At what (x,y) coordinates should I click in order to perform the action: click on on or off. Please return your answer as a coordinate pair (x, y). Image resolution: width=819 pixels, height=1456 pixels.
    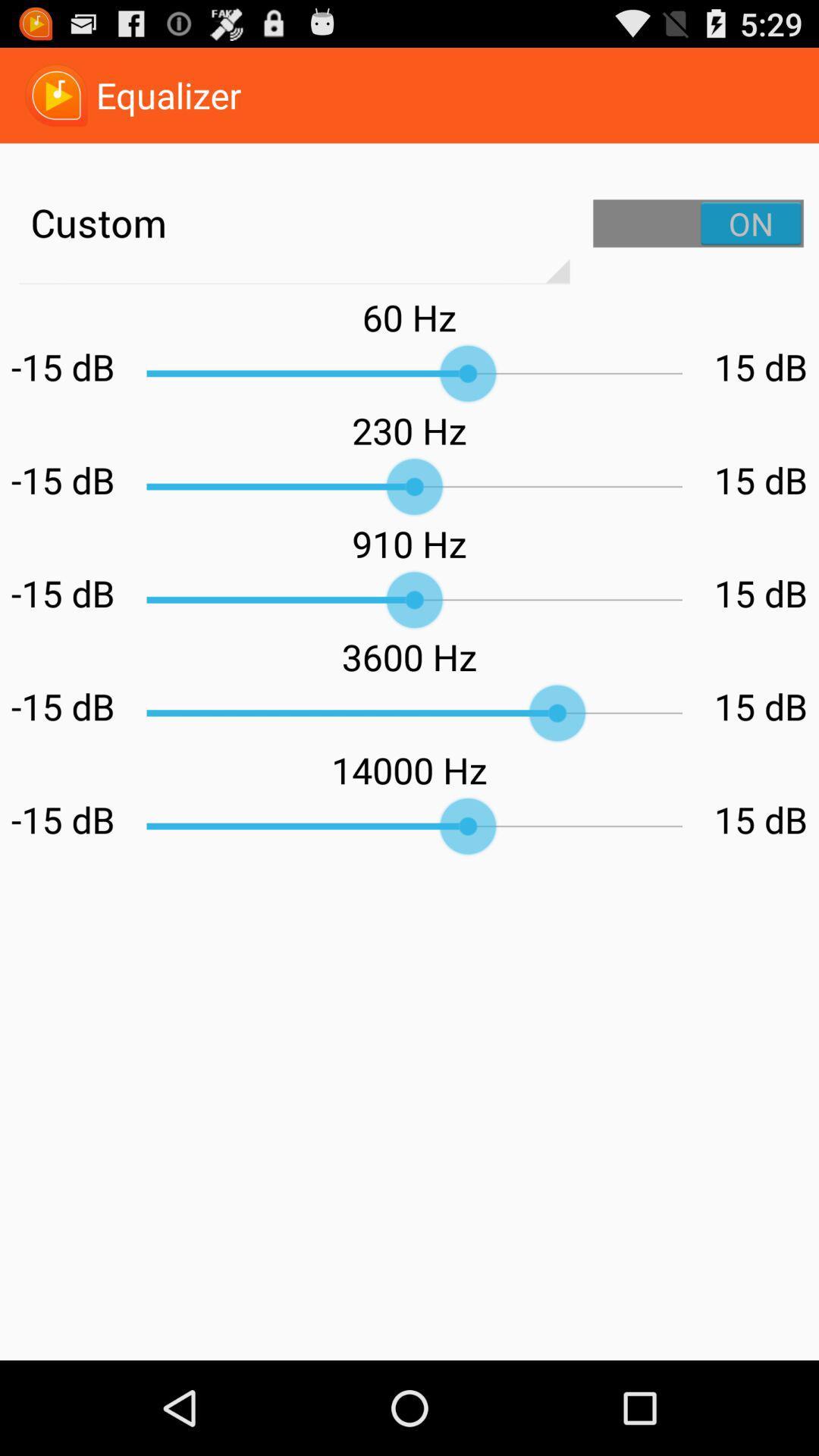
    Looking at the image, I should click on (698, 222).